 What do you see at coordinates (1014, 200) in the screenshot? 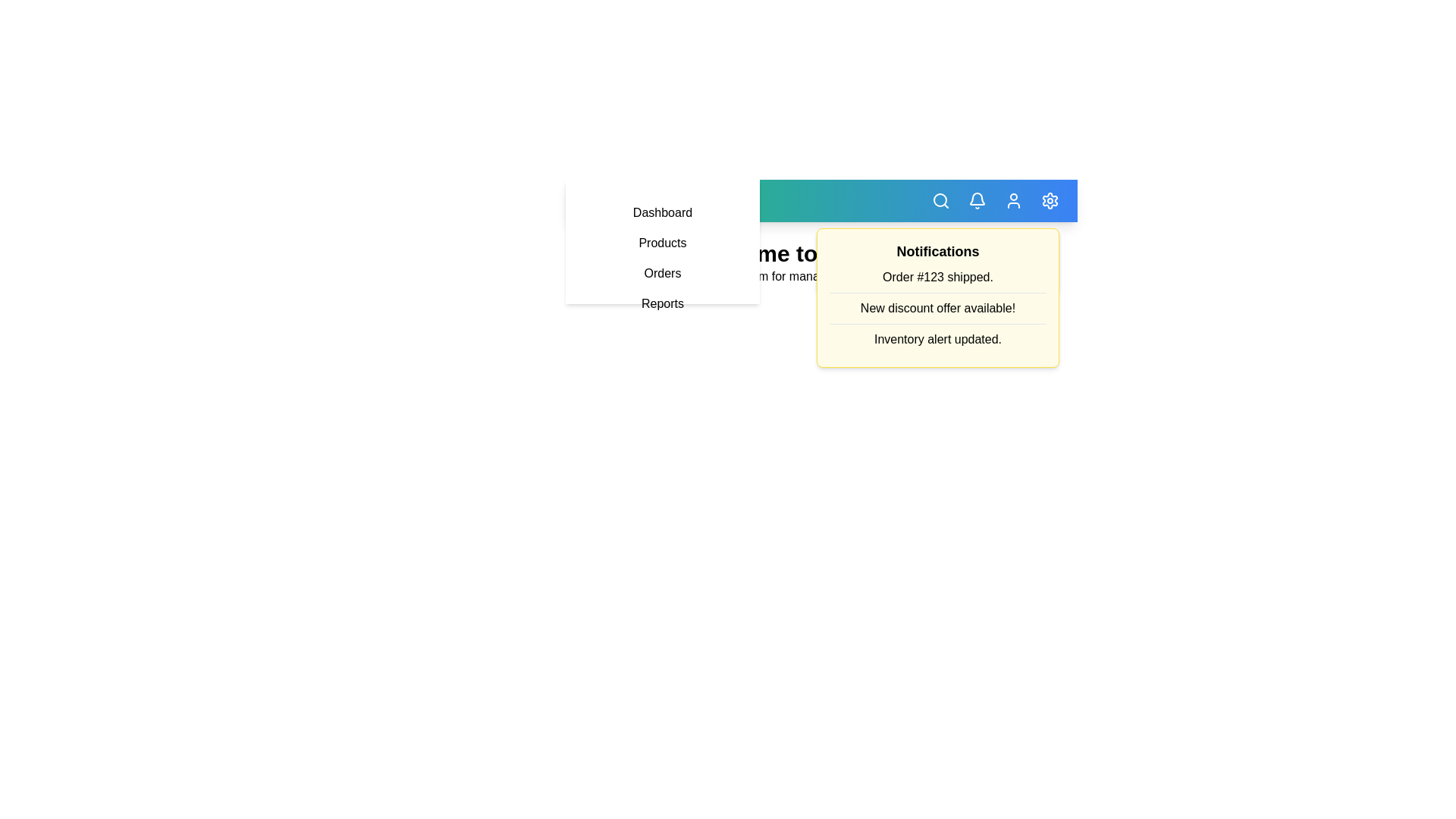
I see `the interactive icon located in the header bar, positioned to the right of the bell icon and to the left of the gear icon` at bounding box center [1014, 200].